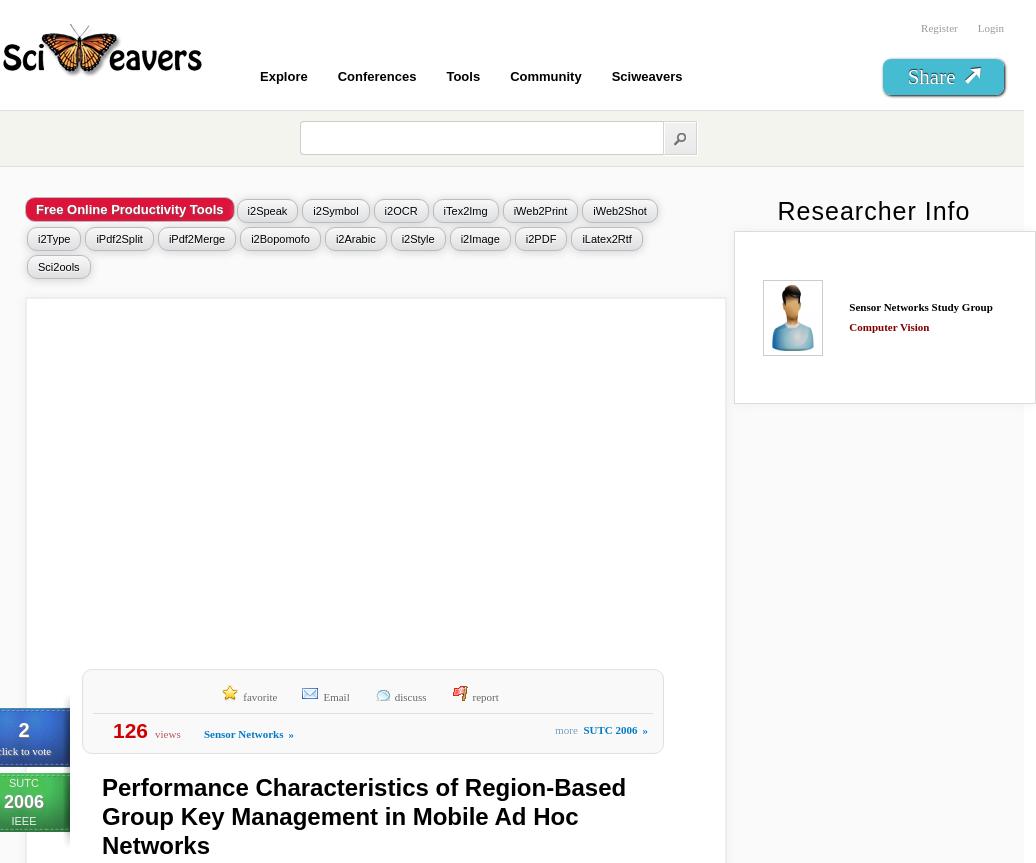 The width and height of the screenshot is (1036, 863). What do you see at coordinates (335, 696) in the screenshot?
I see `'Email'` at bounding box center [335, 696].